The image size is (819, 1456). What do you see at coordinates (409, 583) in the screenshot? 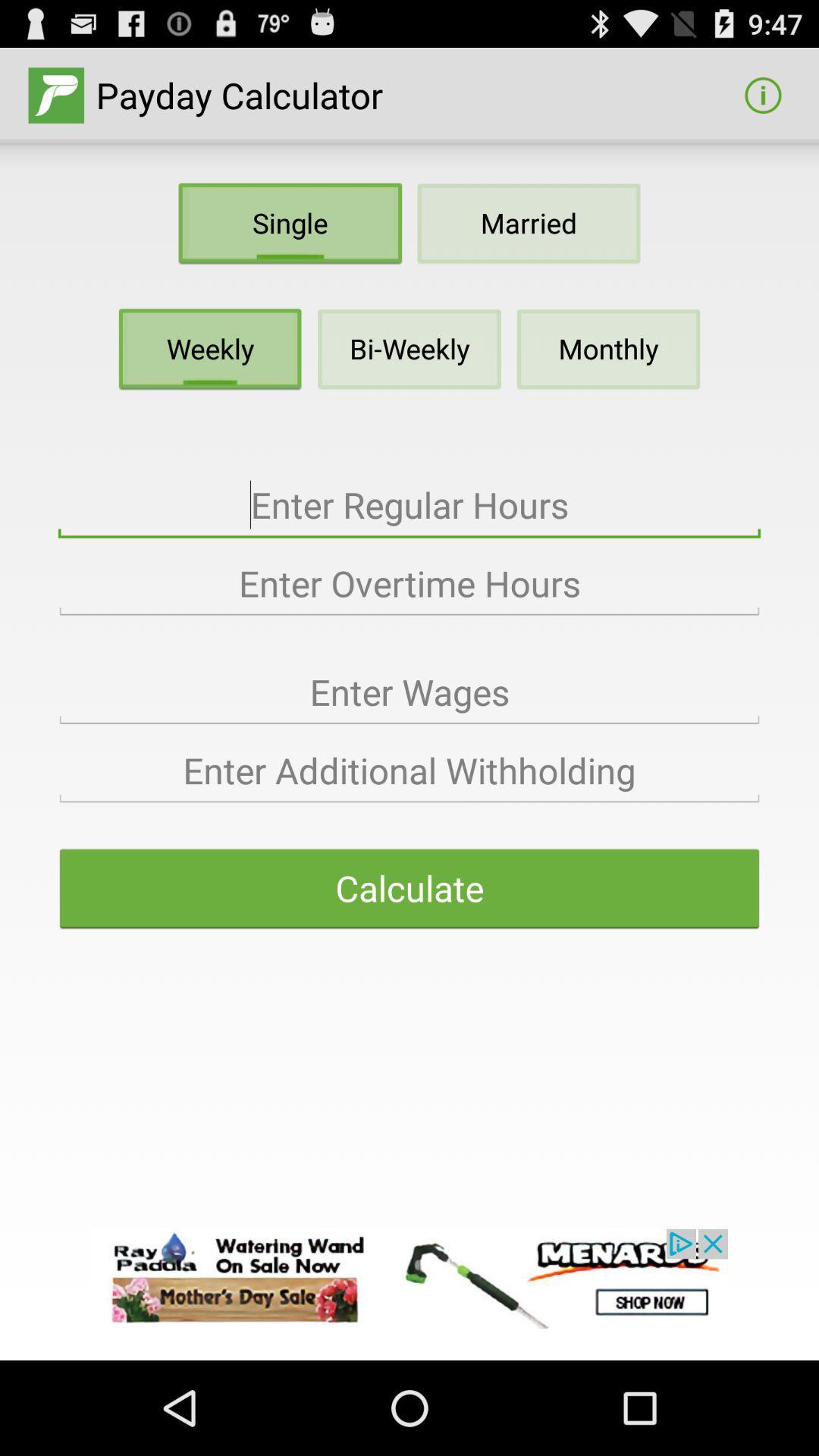
I see `enter overtime hours` at bounding box center [409, 583].